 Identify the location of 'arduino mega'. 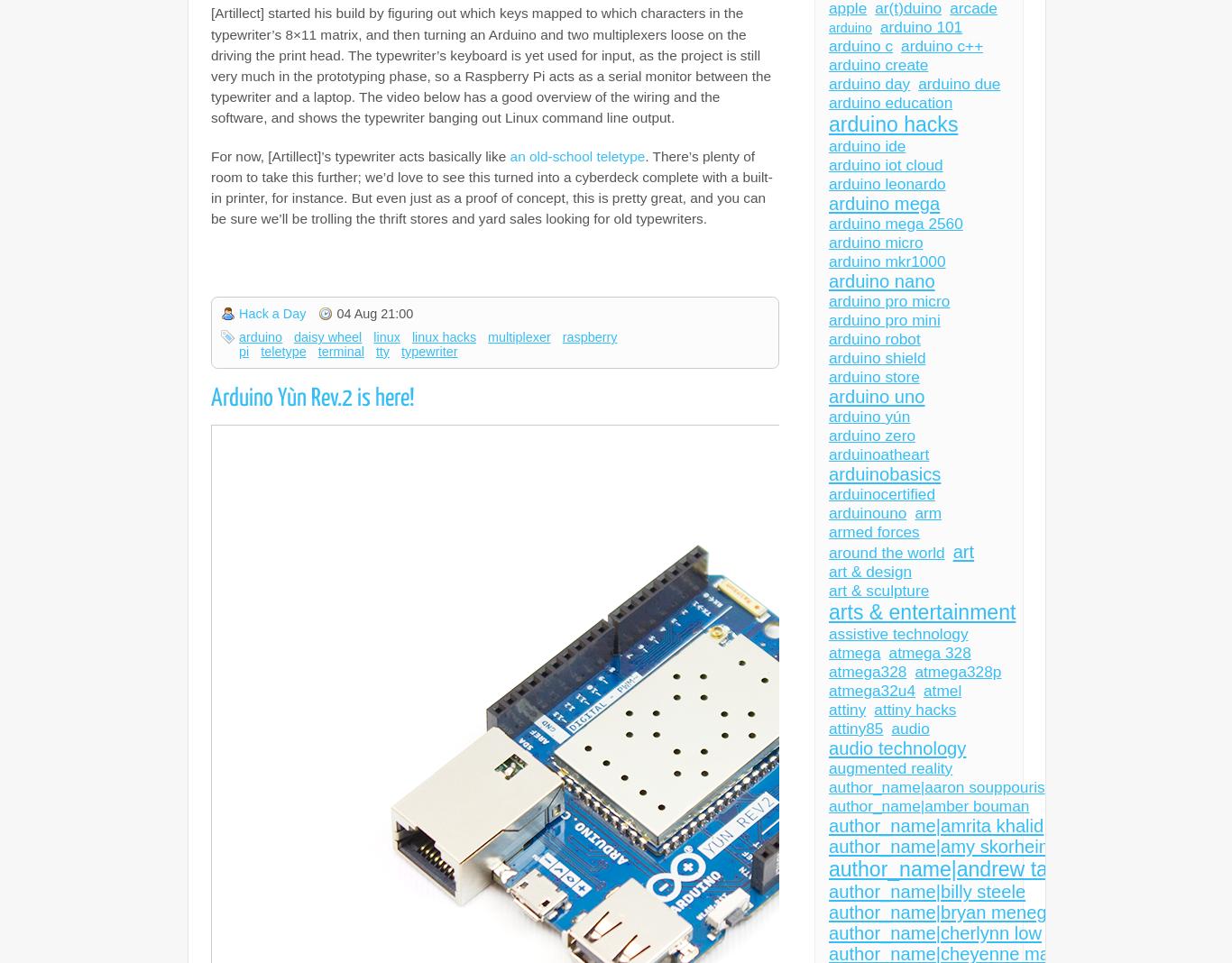
(884, 203).